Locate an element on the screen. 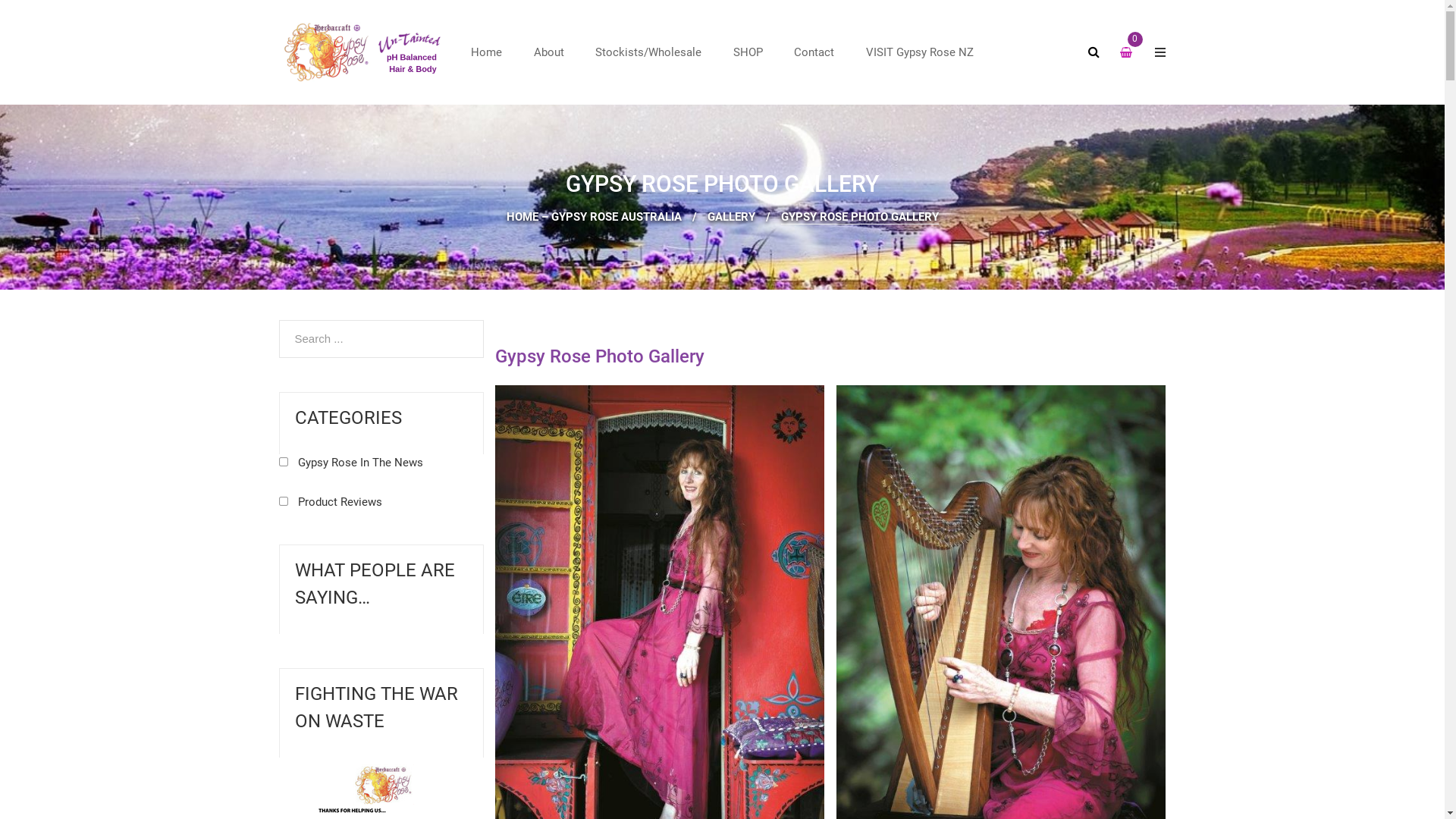 This screenshot has width=1456, height=819. 'GALLERY' is located at coordinates (730, 216).